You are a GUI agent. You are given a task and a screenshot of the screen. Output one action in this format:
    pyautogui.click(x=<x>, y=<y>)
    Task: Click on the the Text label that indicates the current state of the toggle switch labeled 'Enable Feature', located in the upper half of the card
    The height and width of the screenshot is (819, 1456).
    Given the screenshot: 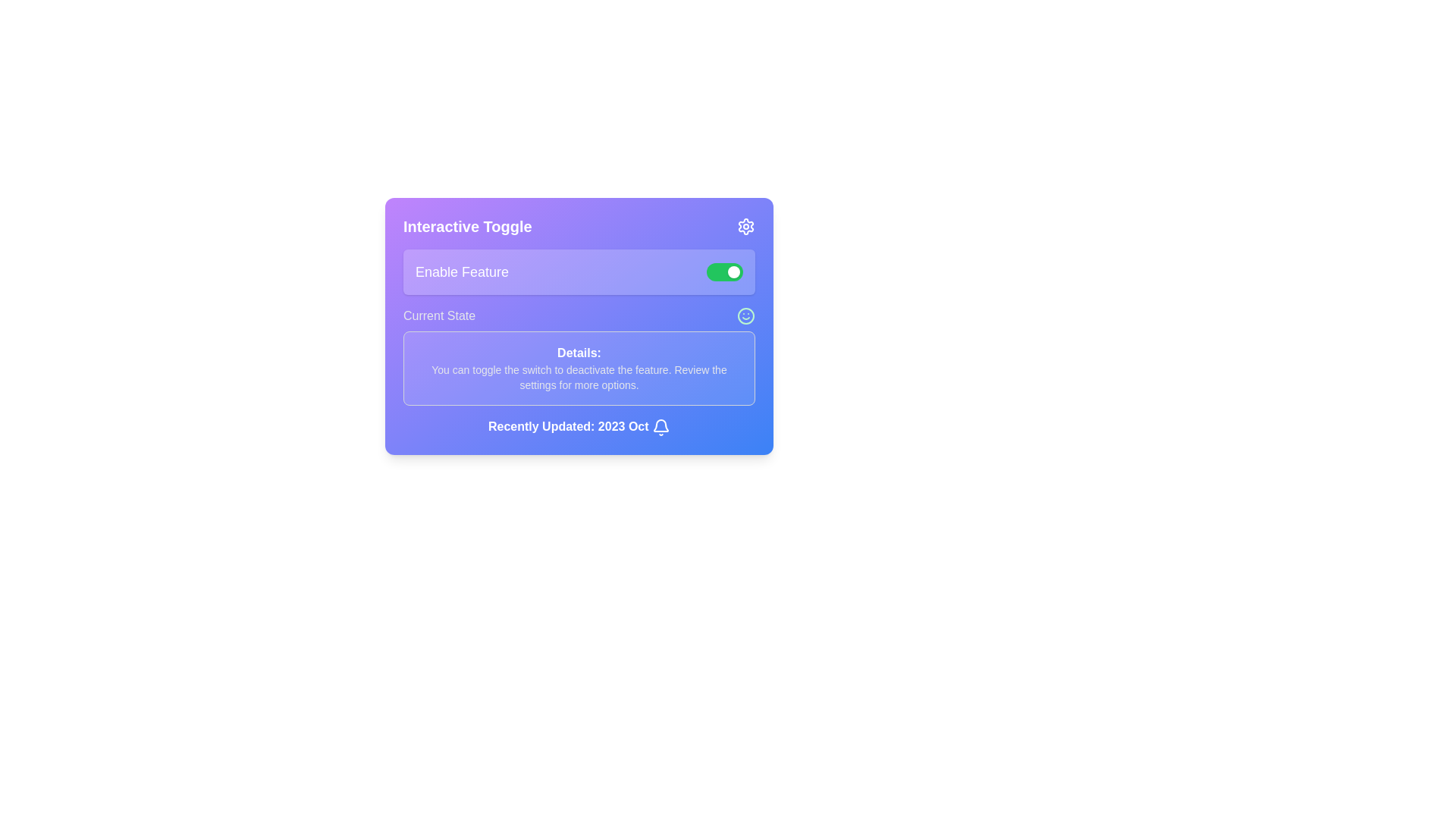 What is the action you would take?
    pyautogui.click(x=438, y=315)
    